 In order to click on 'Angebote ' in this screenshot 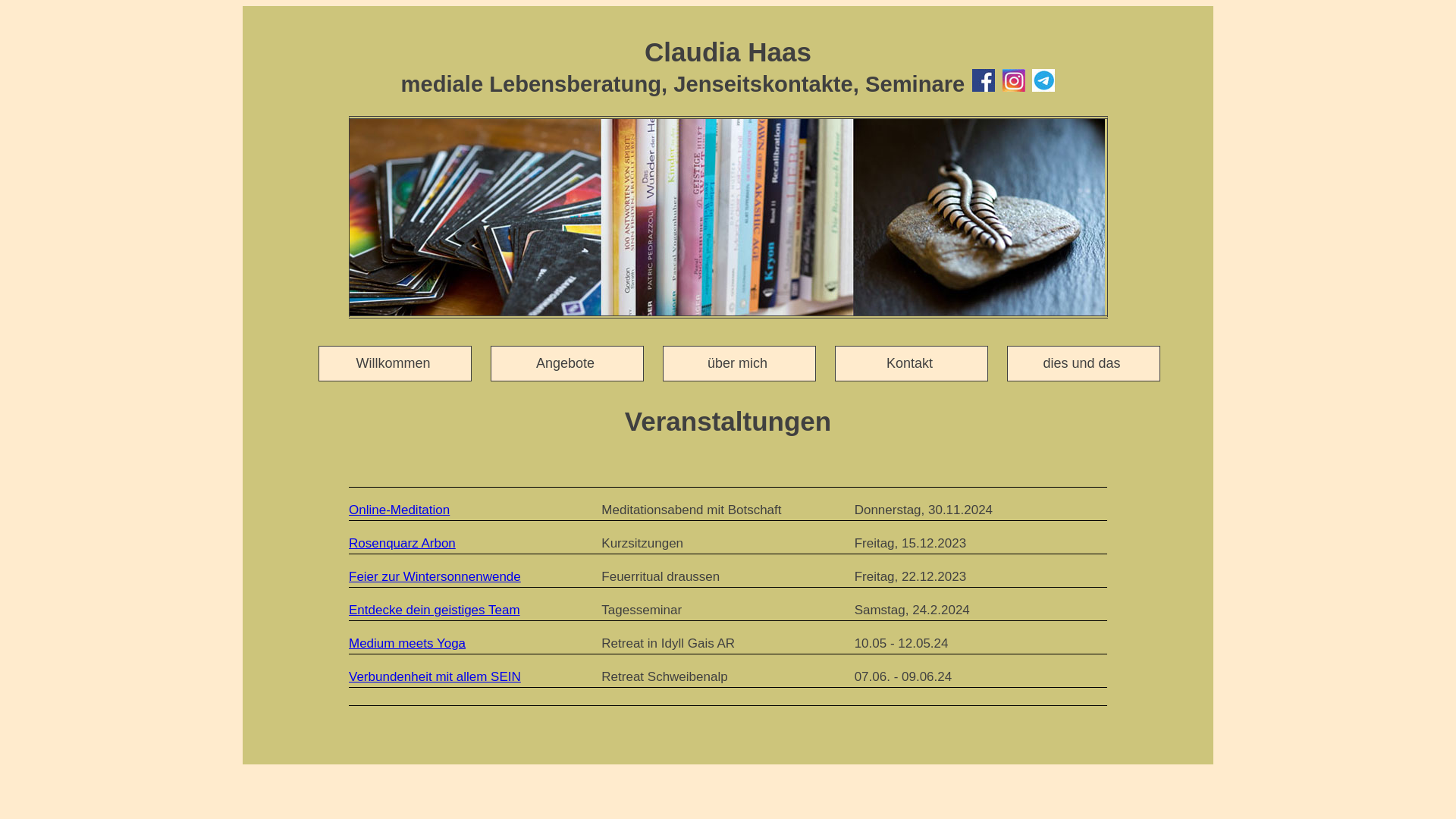, I will do `click(566, 363)`.